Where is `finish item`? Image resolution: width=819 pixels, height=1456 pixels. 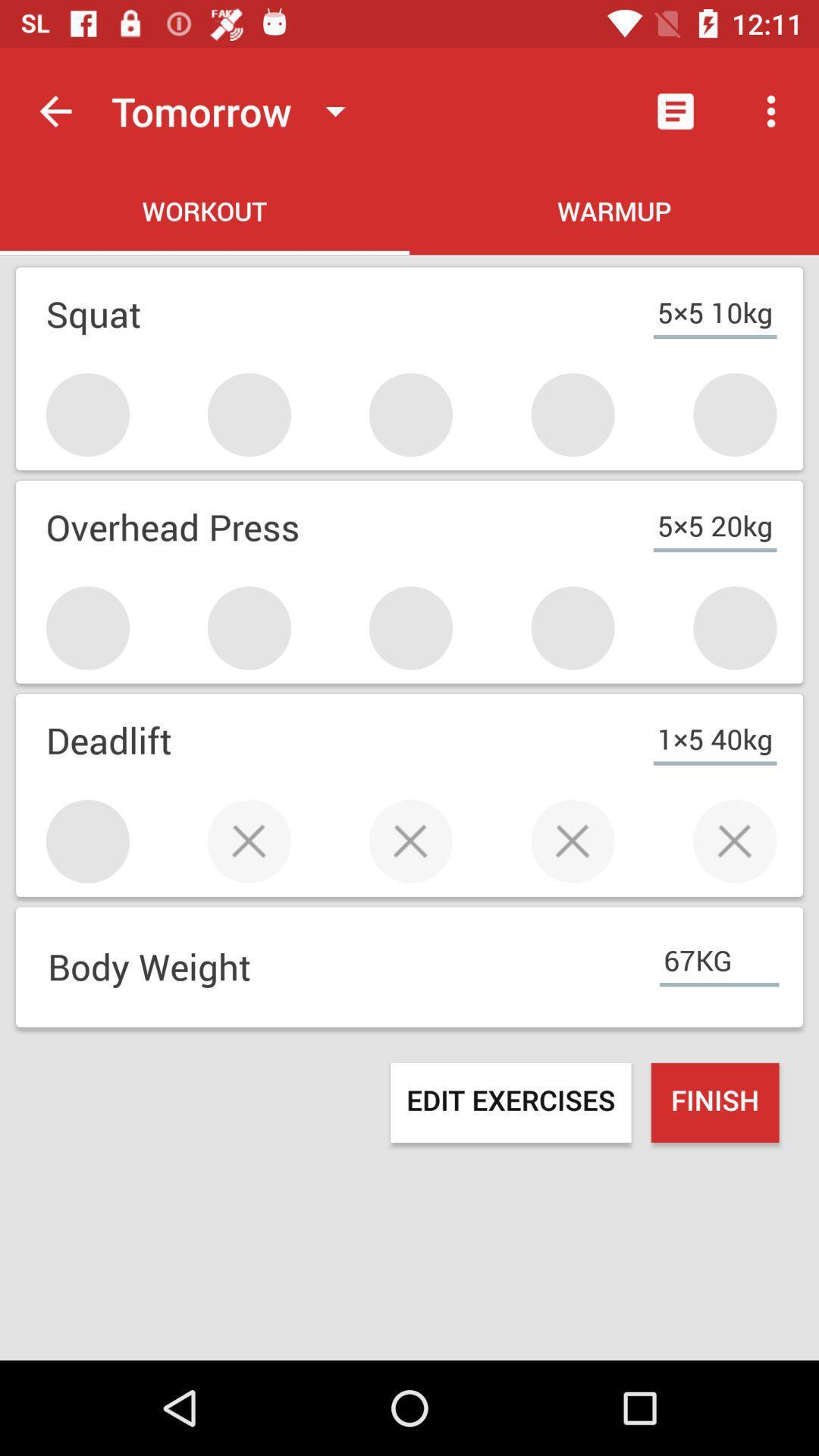
finish item is located at coordinates (715, 1103).